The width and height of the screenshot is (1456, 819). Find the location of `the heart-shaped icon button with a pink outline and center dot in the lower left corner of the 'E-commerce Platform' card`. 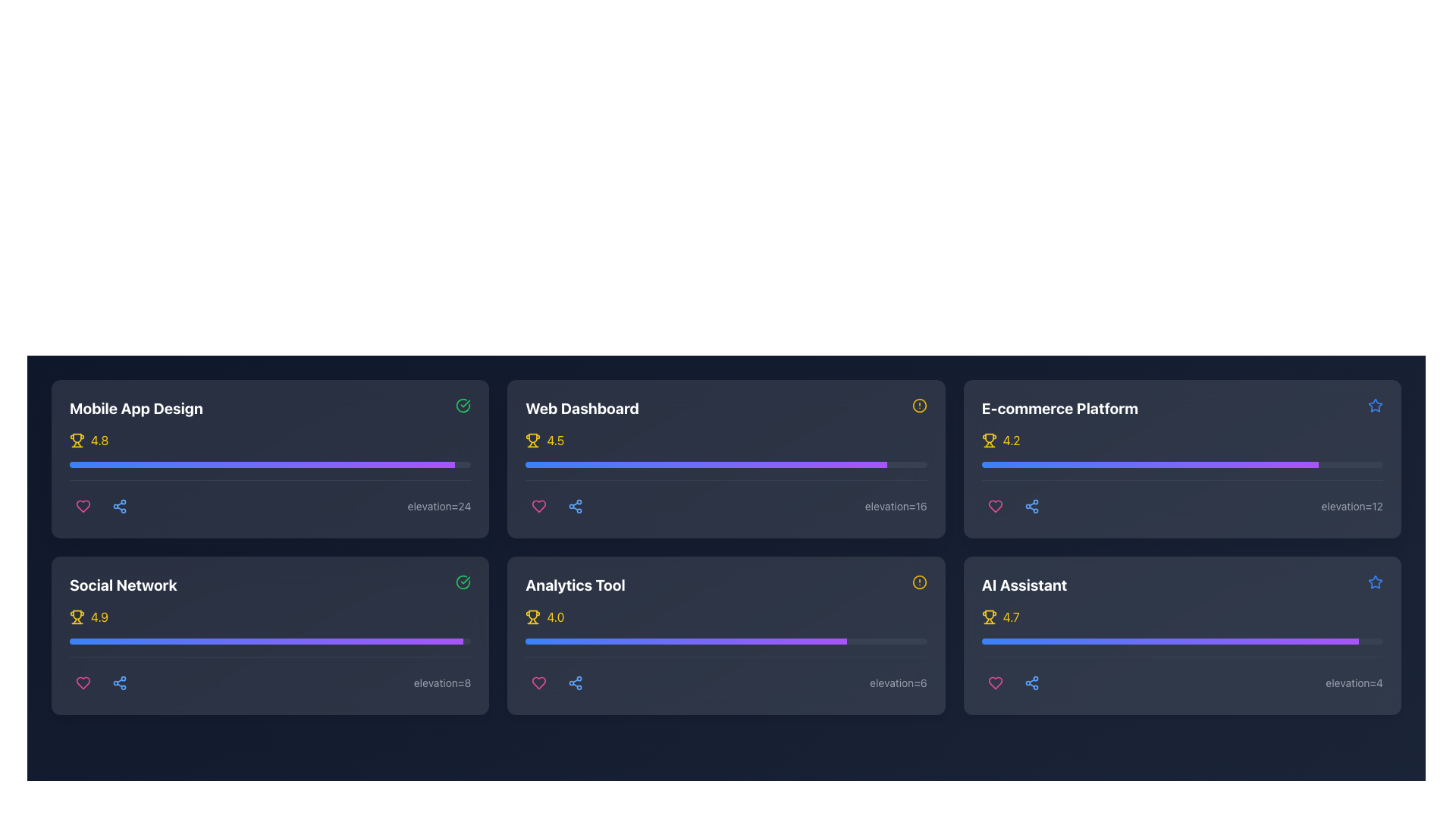

the heart-shaped icon button with a pink outline and center dot in the lower left corner of the 'E-commerce Platform' card is located at coordinates (995, 506).